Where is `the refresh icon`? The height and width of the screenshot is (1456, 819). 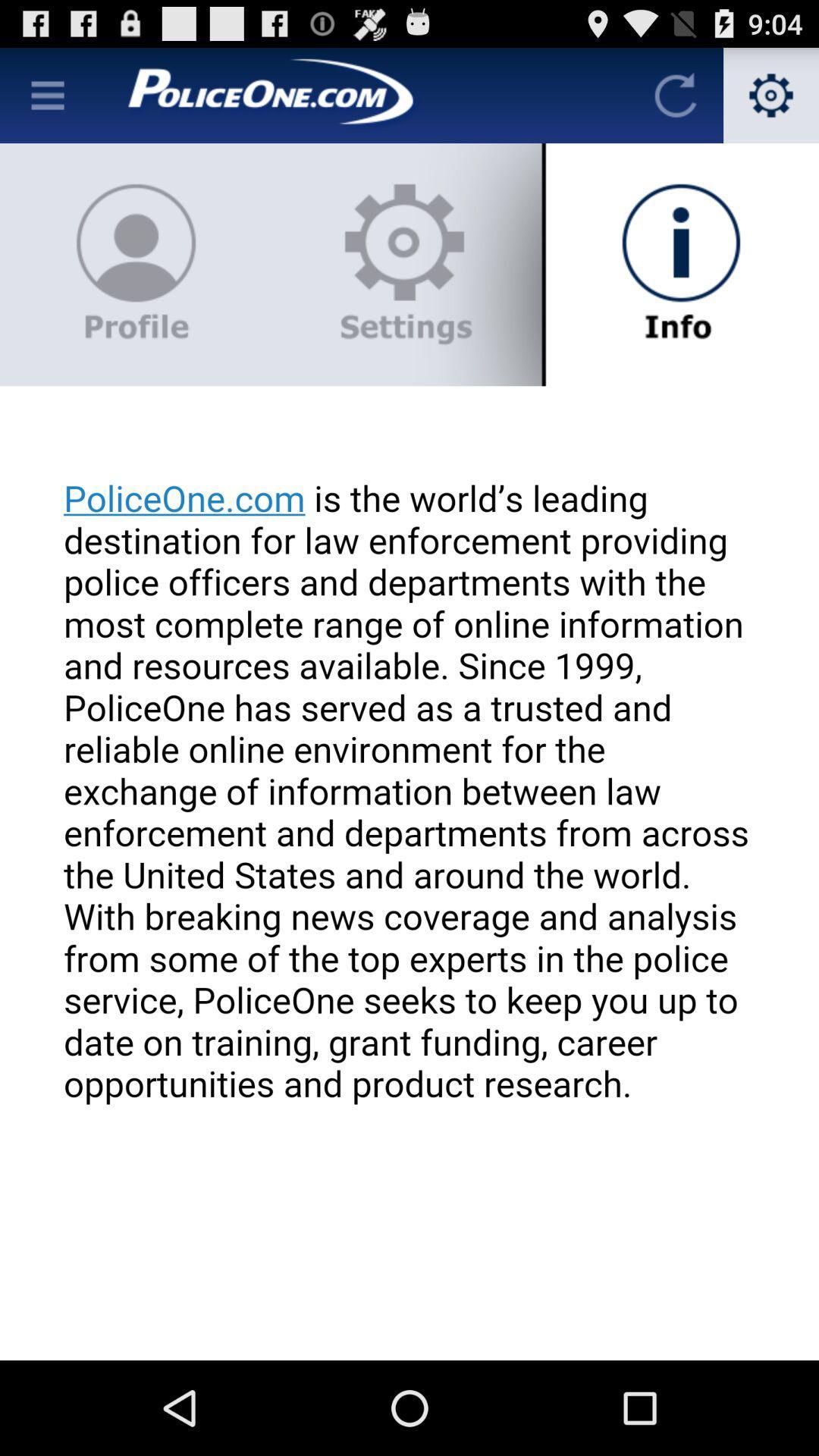
the refresh icon is located at coordinates (675, 101).